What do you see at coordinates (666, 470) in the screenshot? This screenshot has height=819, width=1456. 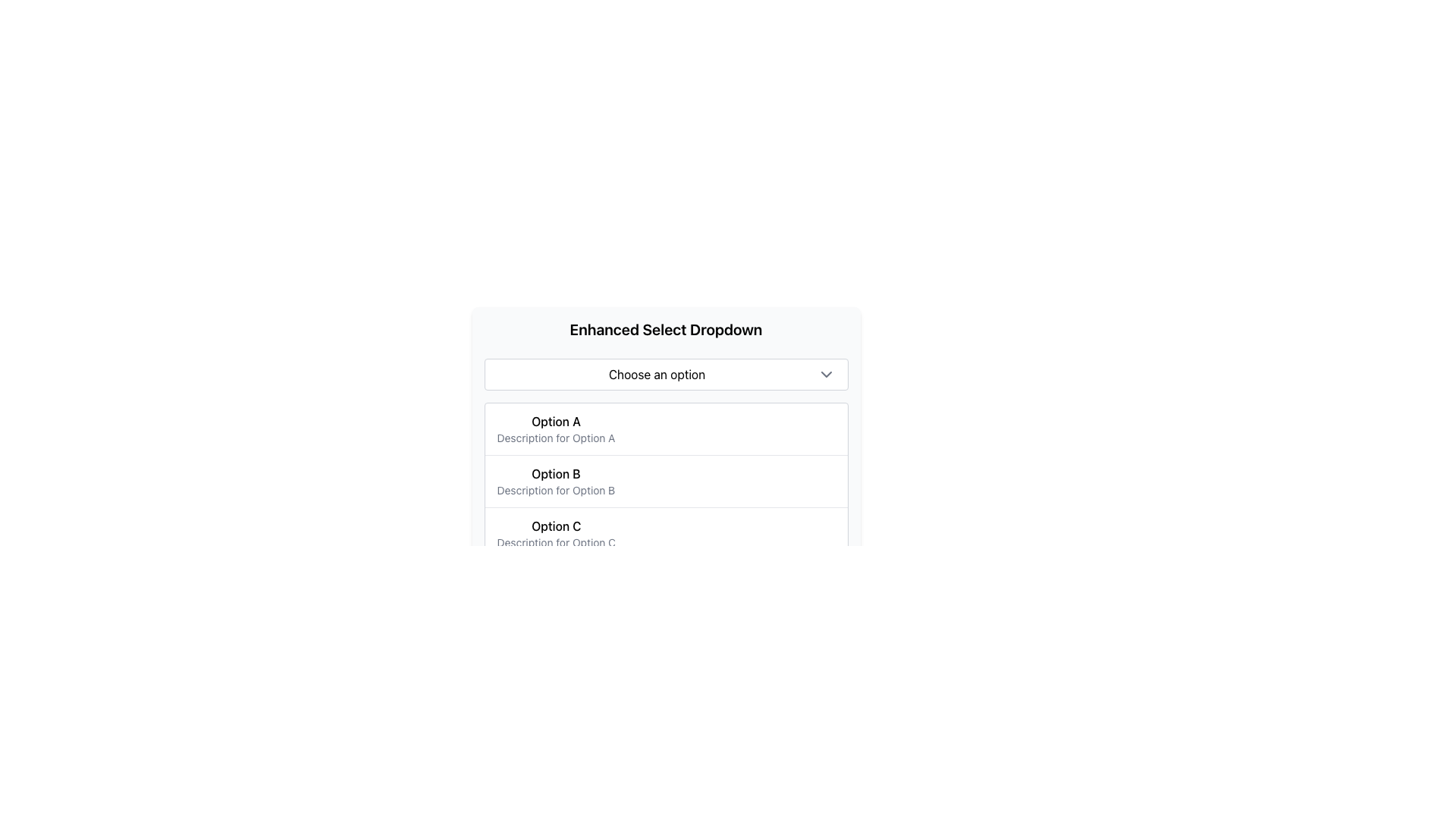 I see `the dropdown menu item labeled 'Option B', which is the second item in the dropdown list under 'Enhanced Select Dropdown'` at bounding box center [666, 470].